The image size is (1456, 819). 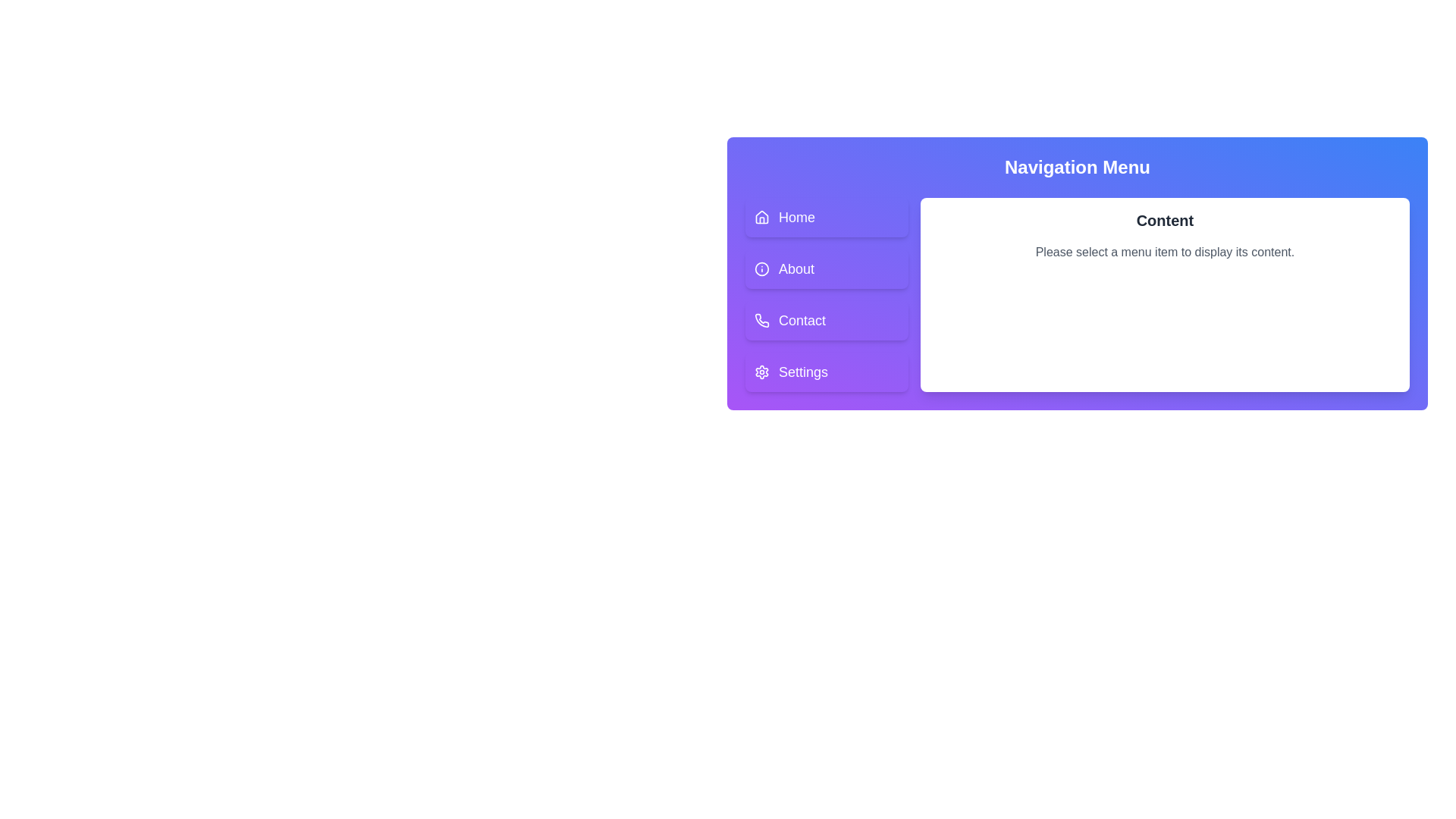 I want to click on the 'Home' button located at the top of the vertical navigation menu on the left side of the interface, so click(x=826, y=217).